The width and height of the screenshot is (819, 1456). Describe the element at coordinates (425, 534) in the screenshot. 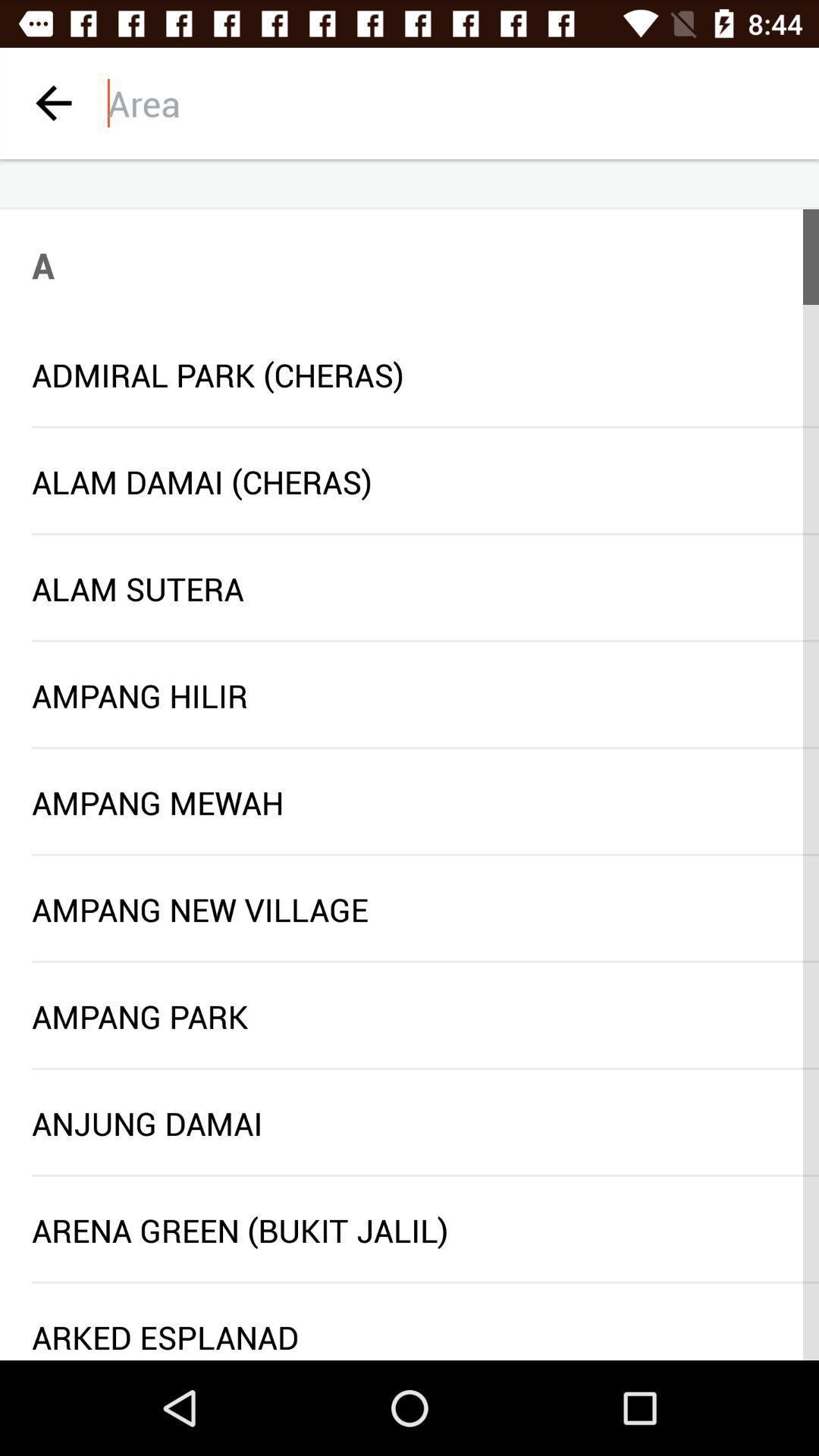

I see `item below the alam damai (cheras) item` at that location.